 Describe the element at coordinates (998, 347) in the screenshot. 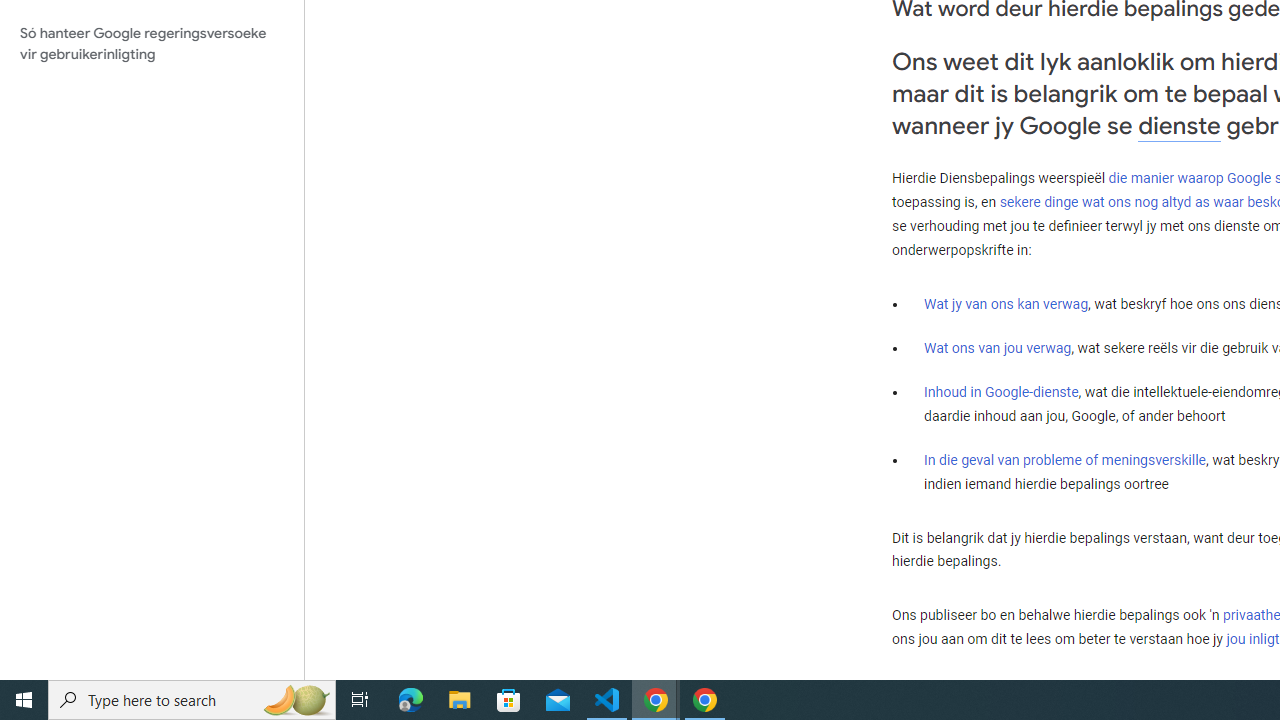

I see `'Wat ons van jou verwag'` at that location.